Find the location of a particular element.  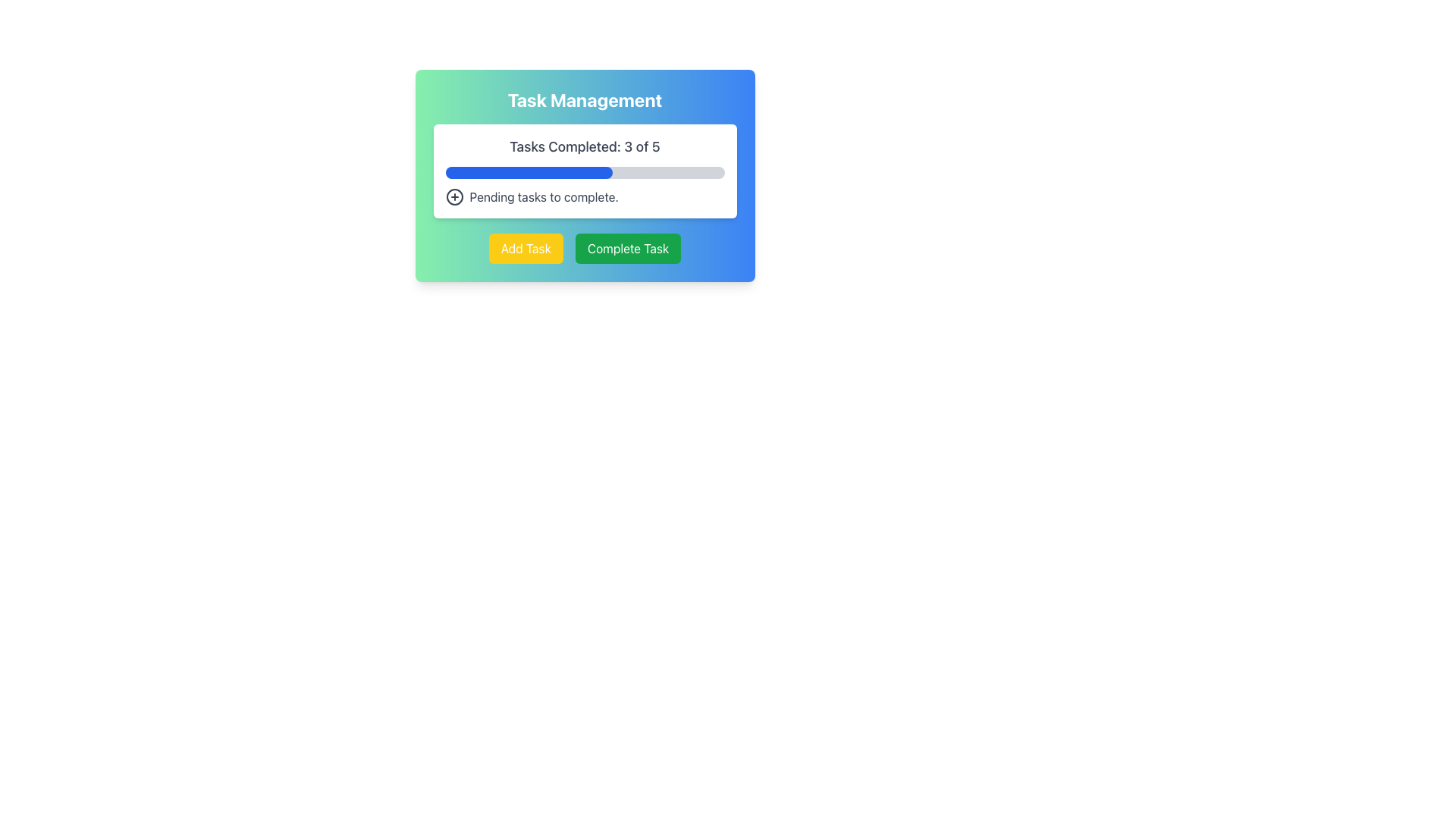

text displayed on the Label with an icon that shows pending tasks, located beneath the progress bar and above the 'Add Task' and 'Complete Task' buttons is located at coordinates (584, 196).